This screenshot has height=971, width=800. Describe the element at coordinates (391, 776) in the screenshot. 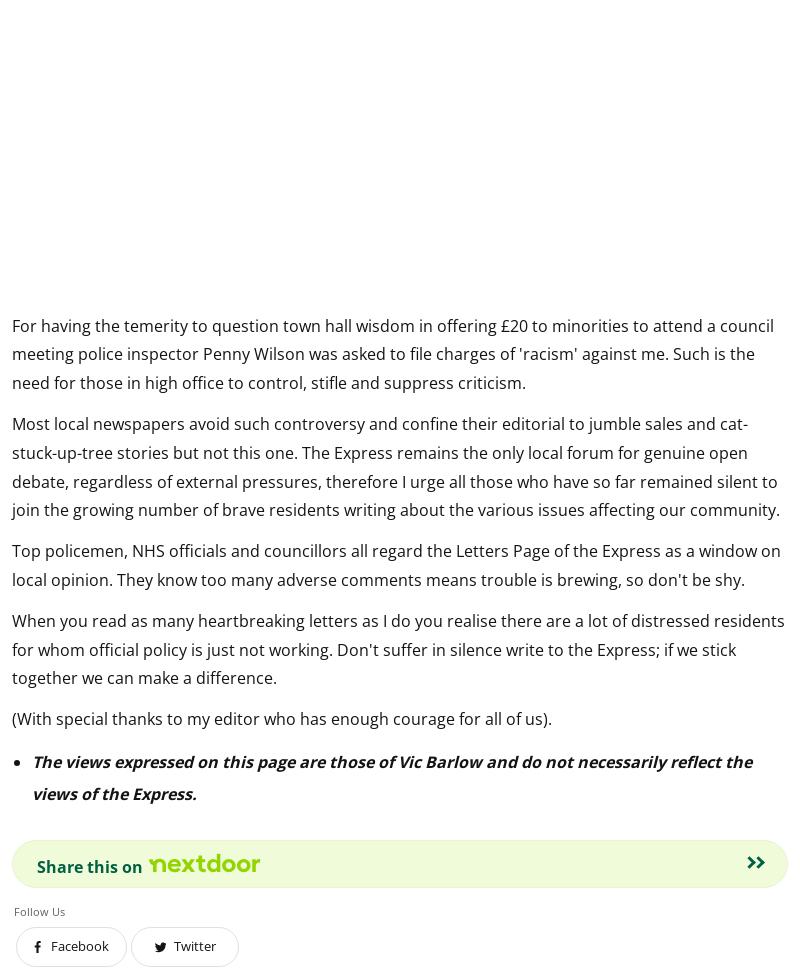

I see `'The views expressed on this page are those of Vic Barlow and do not necessarily reflect the views of the Express.'` at that location.